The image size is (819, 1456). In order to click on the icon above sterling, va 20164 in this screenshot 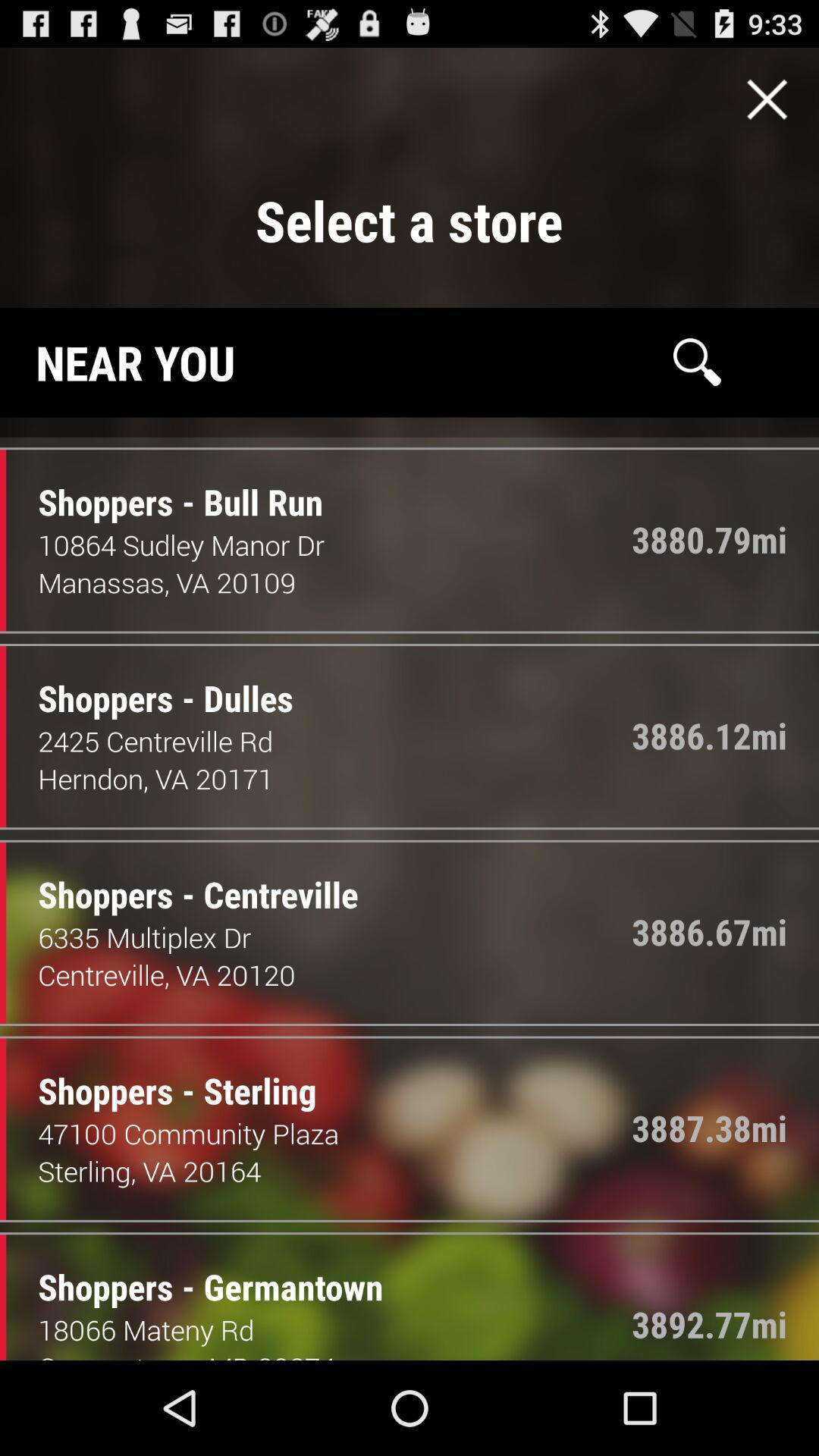, I will do `click(334, 1133)`.